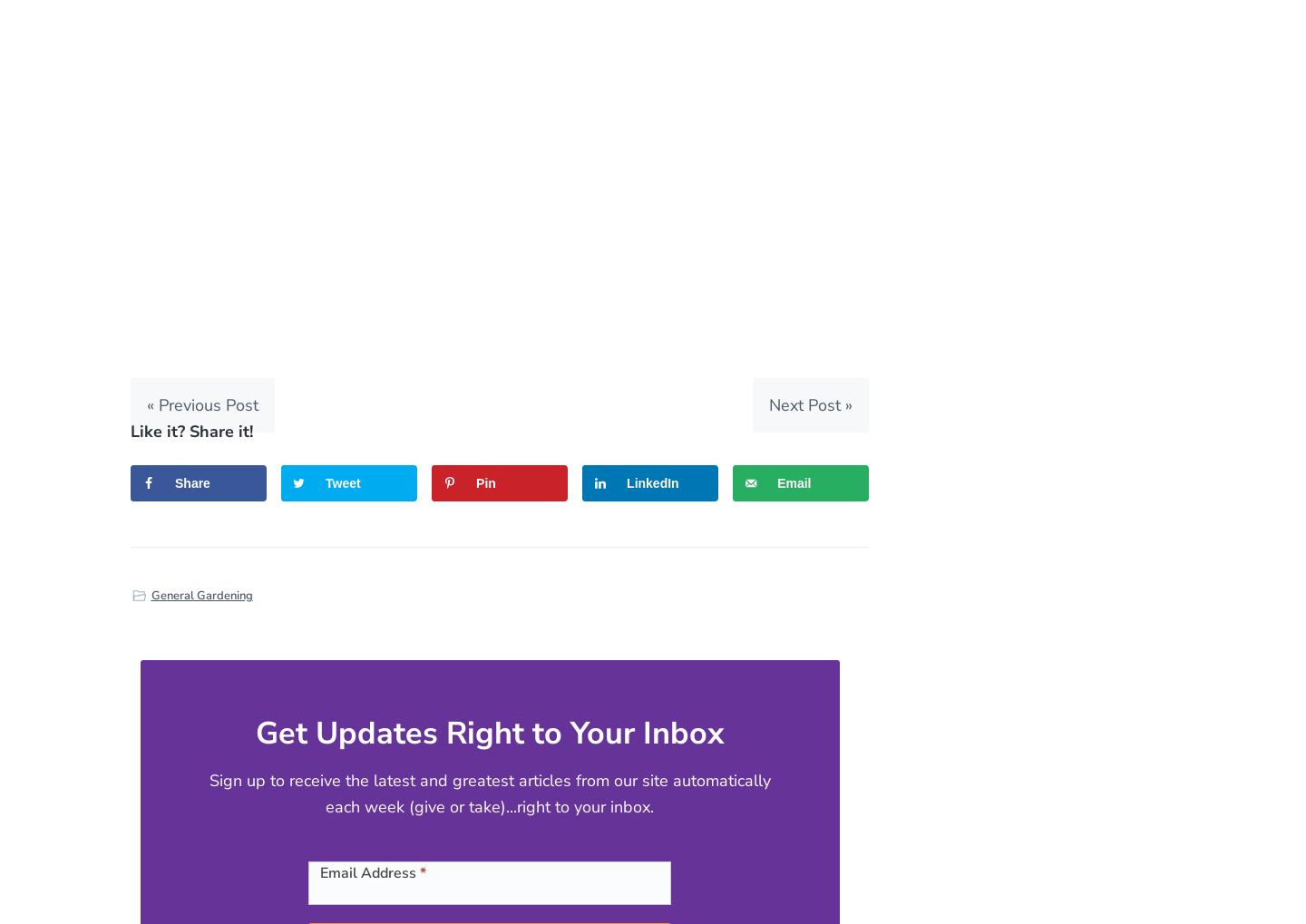  What do you see at coordinates (488, 732) in the screenshot?
I see `'Get Updates Right to Your Inbox'` at bounding box center [488, 732].